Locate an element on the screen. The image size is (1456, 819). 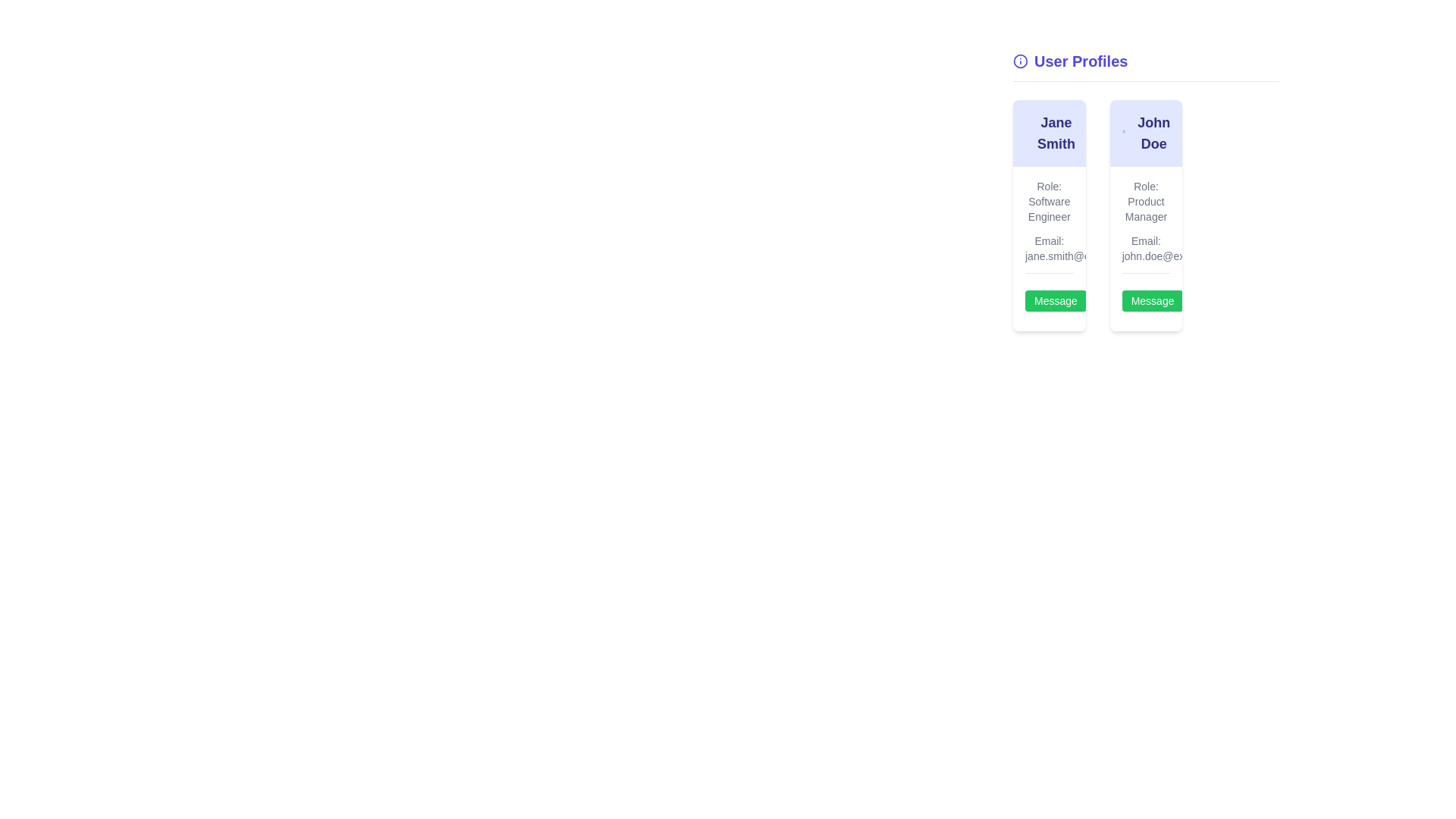
the static text label indicating the user's email address in Jane Smith's profile card, located in the top-left quadrant of the interface is located at coordinates (1048, 240).